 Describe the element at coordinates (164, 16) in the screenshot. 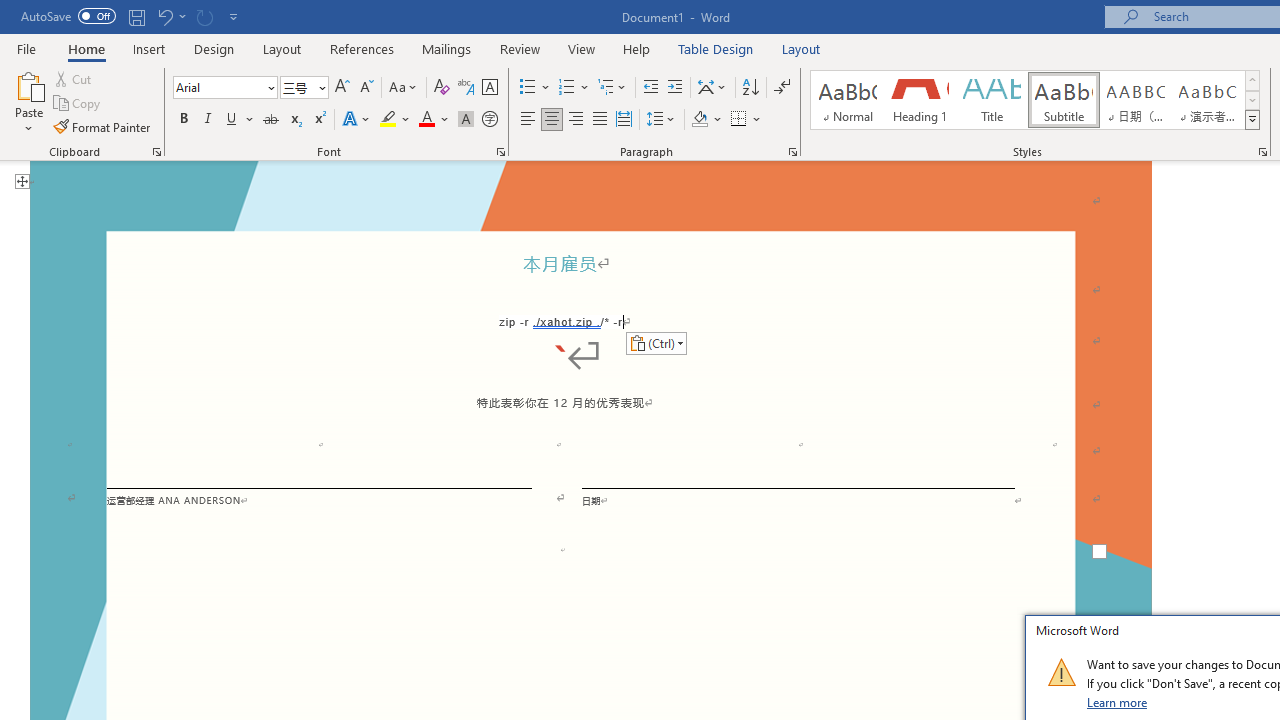

I see `'Undo Paste'` at that location.